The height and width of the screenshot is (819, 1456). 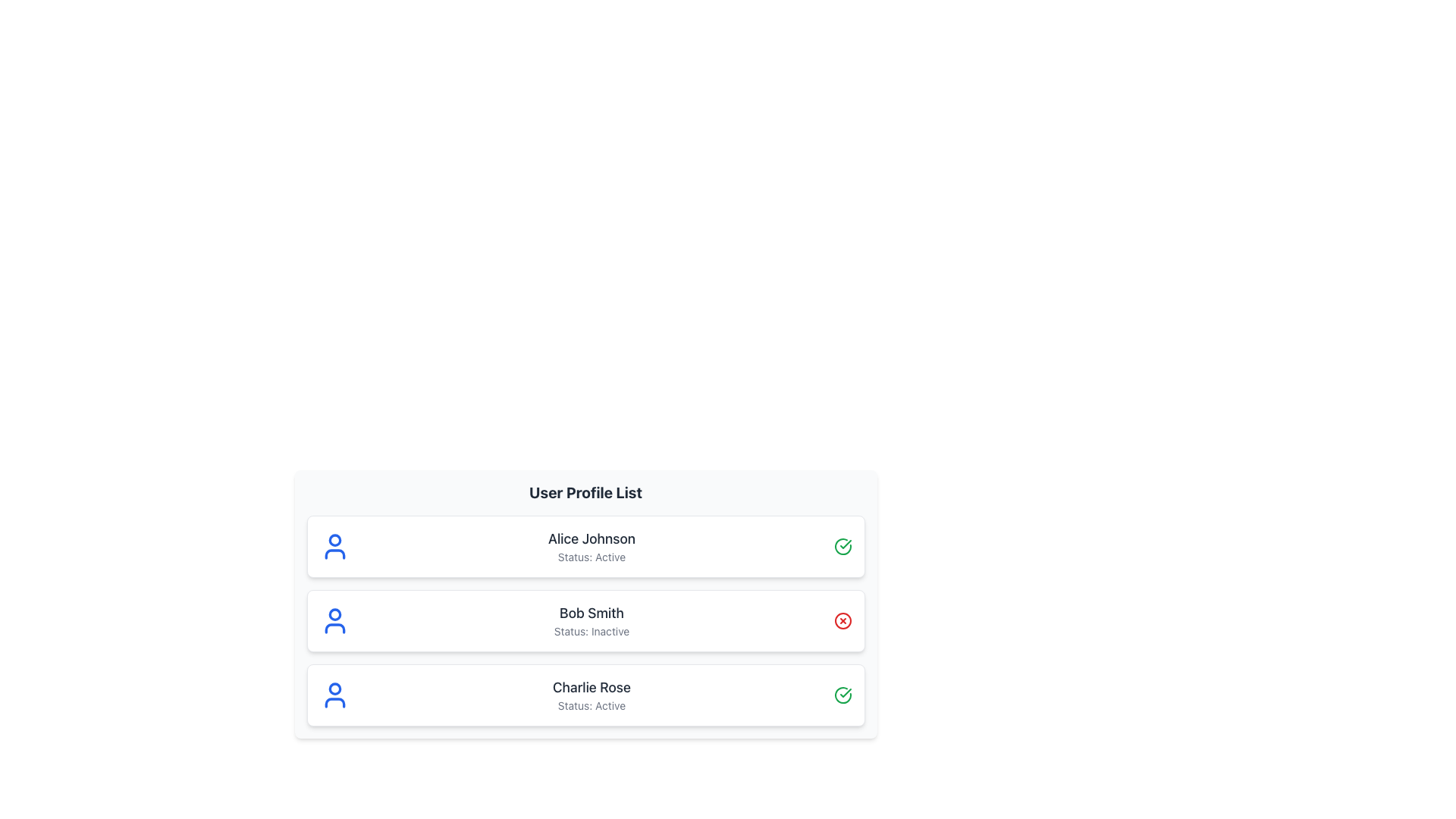 I want to click on the static text element displaying 'Charlie Rose' which is styled in dark gray and located in the first position of its user profile row, so click(x=591, y=687).